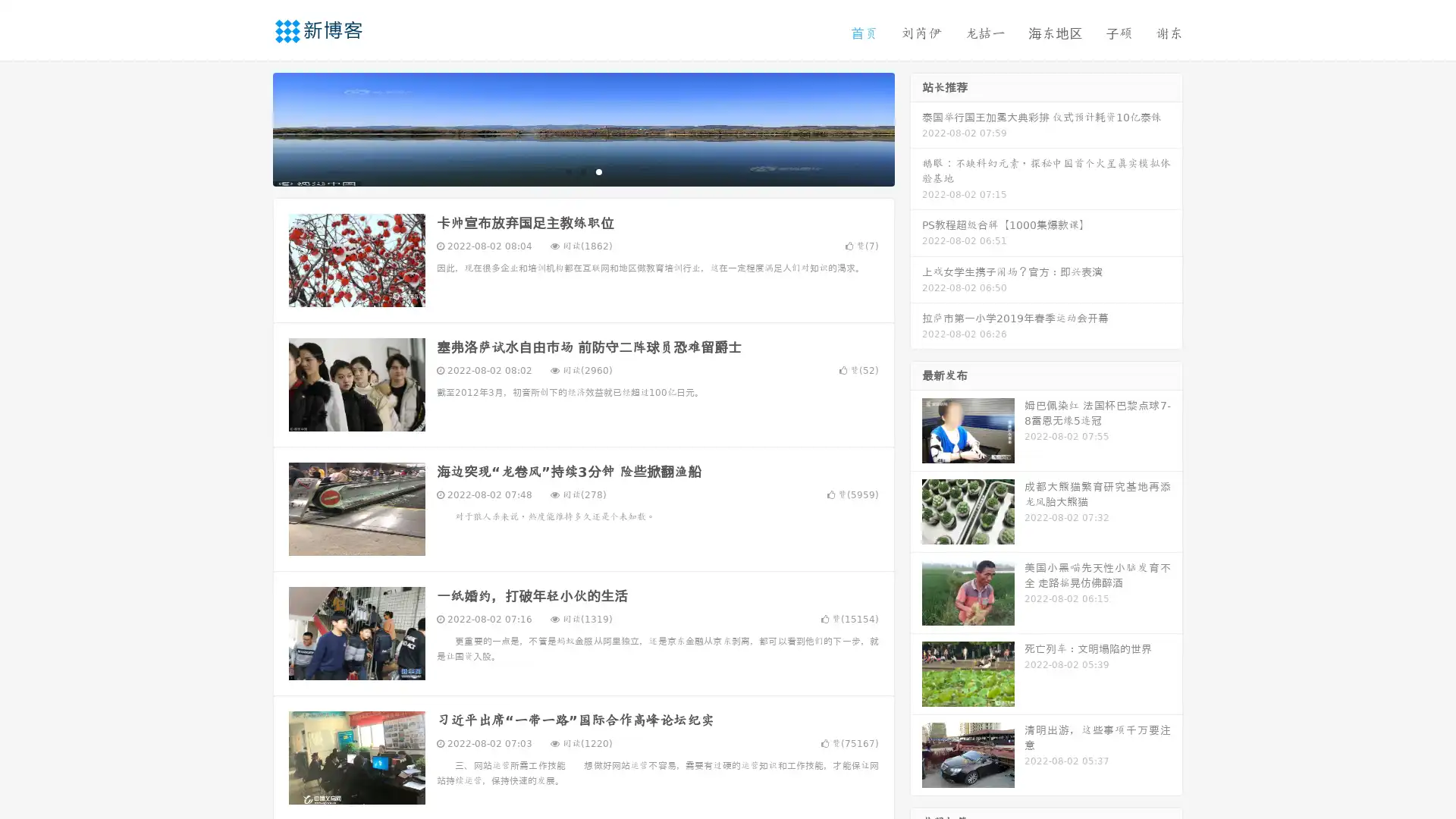 The image size is (1456, 819). Describe the element at coordinates (916, 127) in the screenshot. I see `Next slide` at that location.